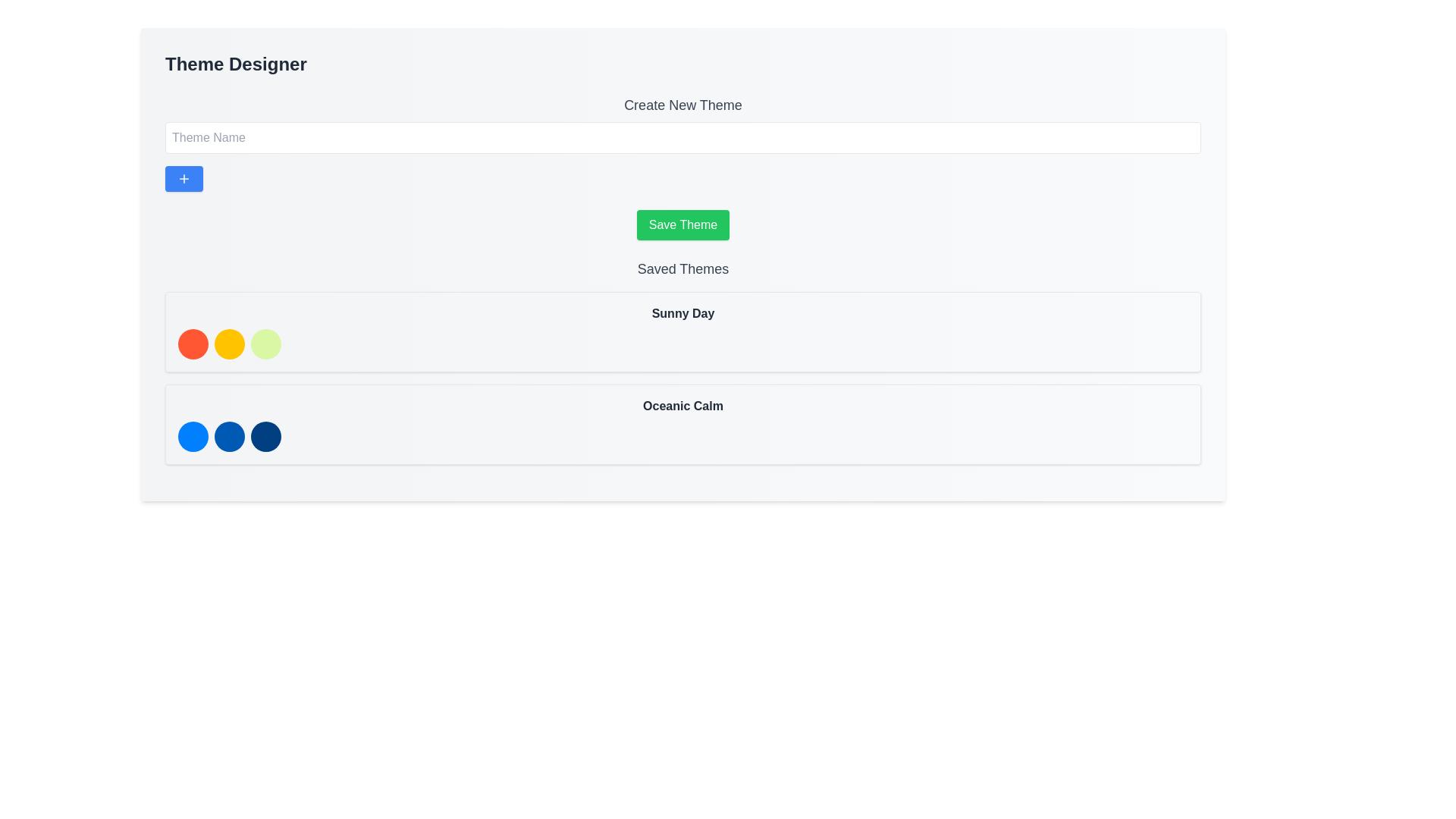 The width and height of the screenshot is (1456, 819). Describe the element at coordinates (265, 344) in the screenshot. I see `the third circle representing a selectable color option for the 'Sunny Day' theme under 'Saved Themes'` at that location.